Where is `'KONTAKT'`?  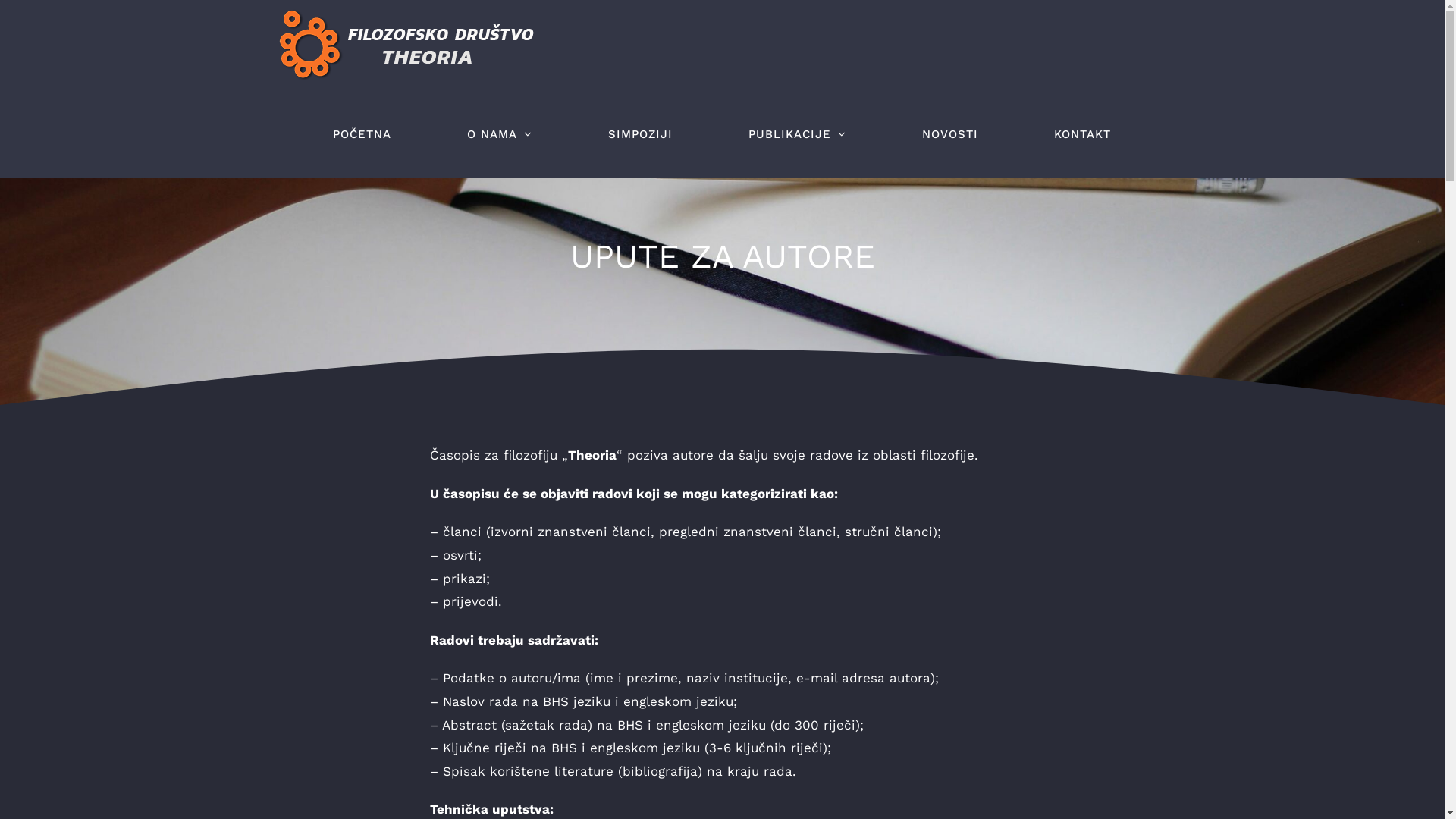
'KONTAKT' is located at coordinates (1081, 133).